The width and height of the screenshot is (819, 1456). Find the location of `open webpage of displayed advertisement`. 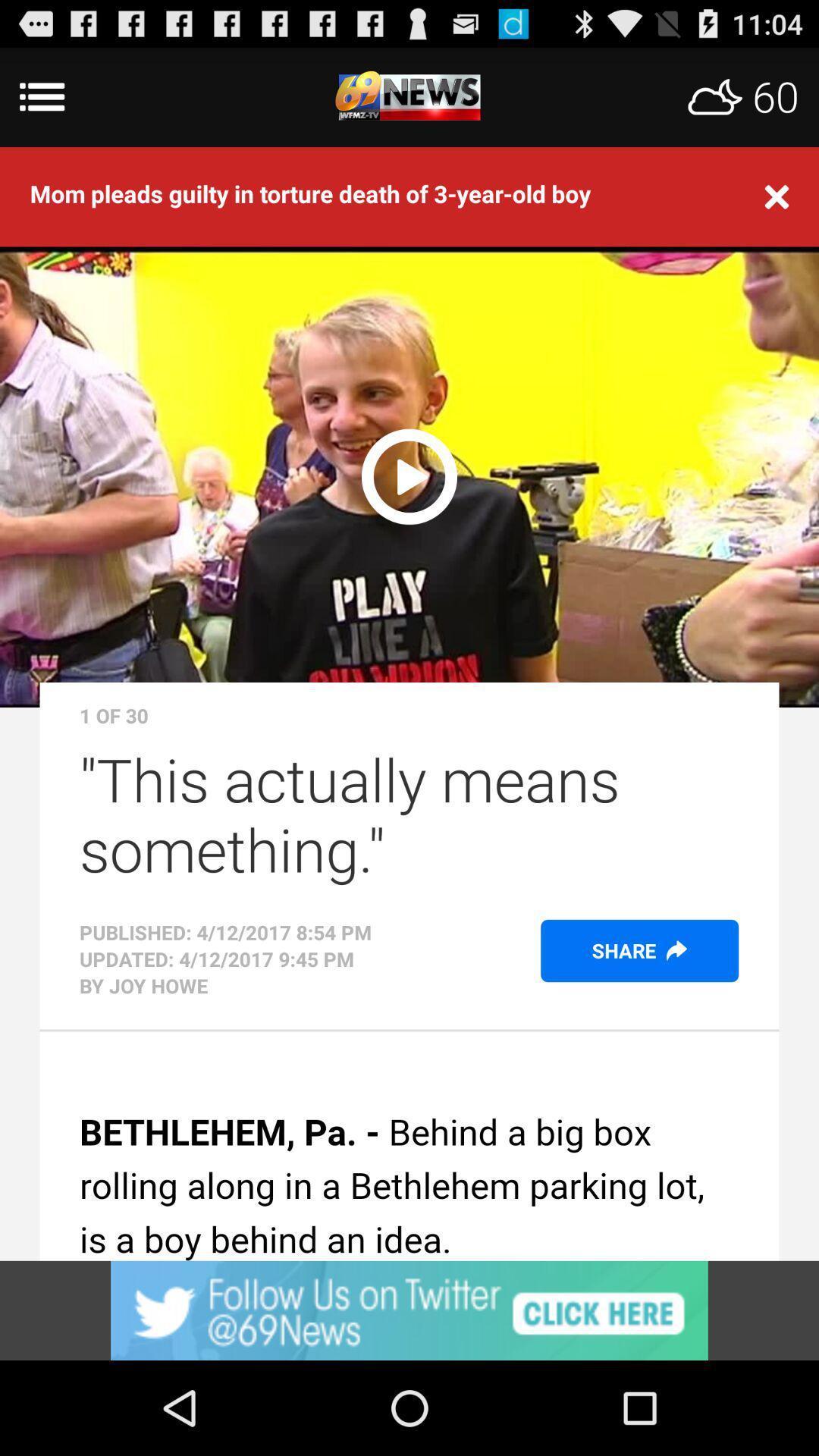

open webpage of displayed advertisement is located at coordinates (409, 1310).